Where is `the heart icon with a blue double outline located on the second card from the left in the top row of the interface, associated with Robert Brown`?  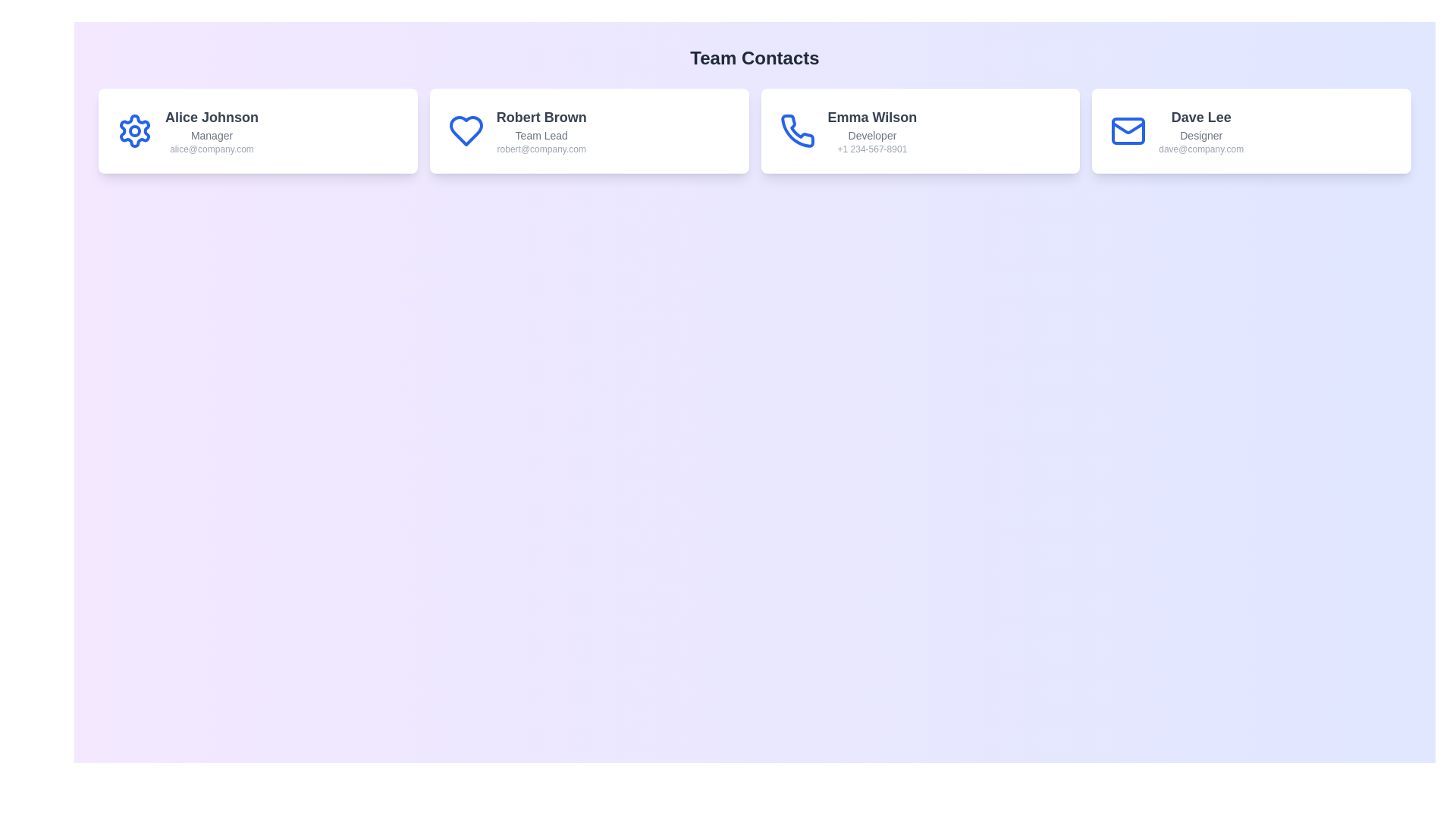
the heart icon with a blue double outline located on the second card from the left in the top row of the interface, associated with Robert Brown is located at coordinates (465, 130).